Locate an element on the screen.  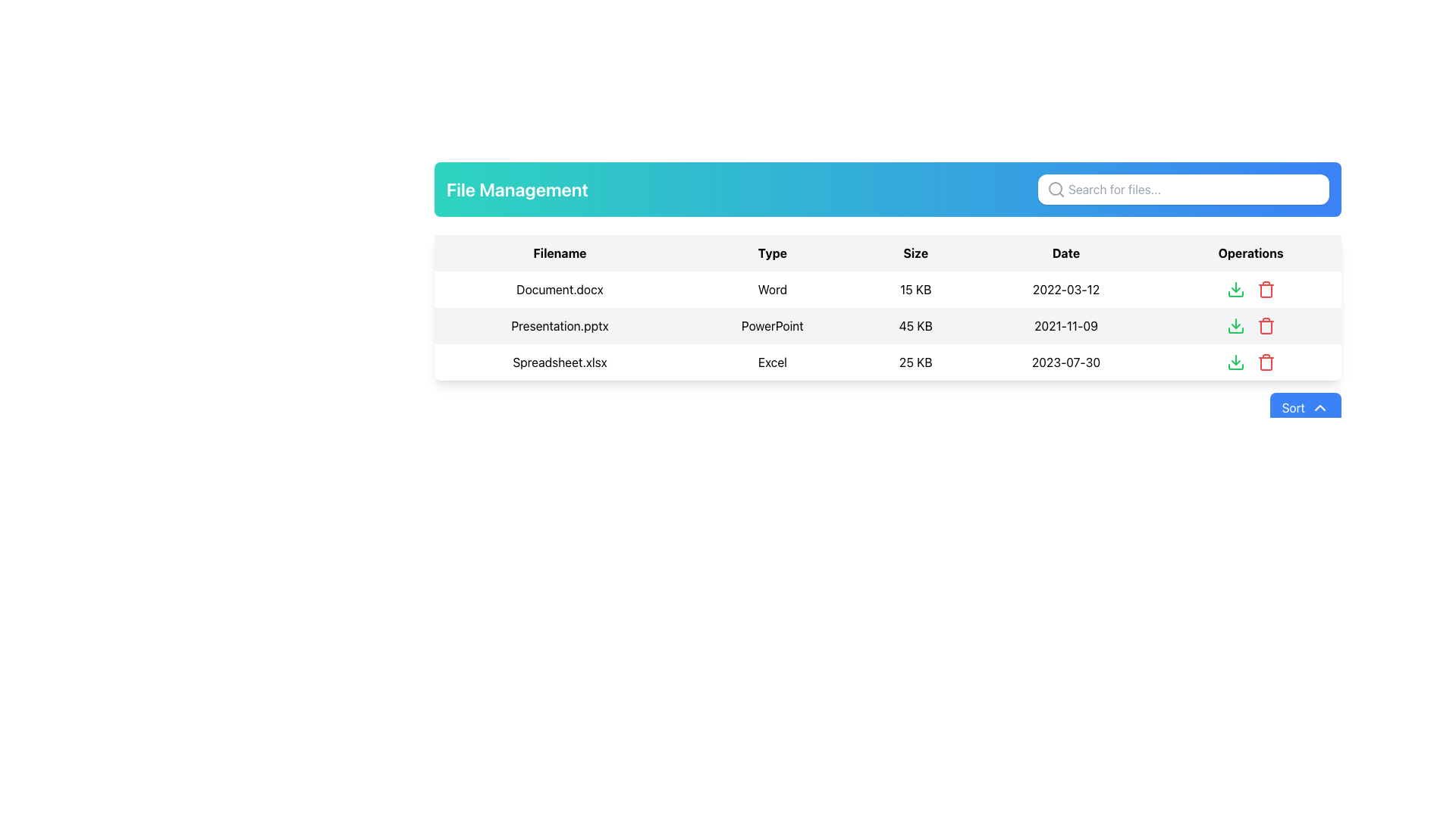
the 'Type' column header in the table, which is the second header located between 'Filename' and 'Size' is located at coordinates (772, 253).